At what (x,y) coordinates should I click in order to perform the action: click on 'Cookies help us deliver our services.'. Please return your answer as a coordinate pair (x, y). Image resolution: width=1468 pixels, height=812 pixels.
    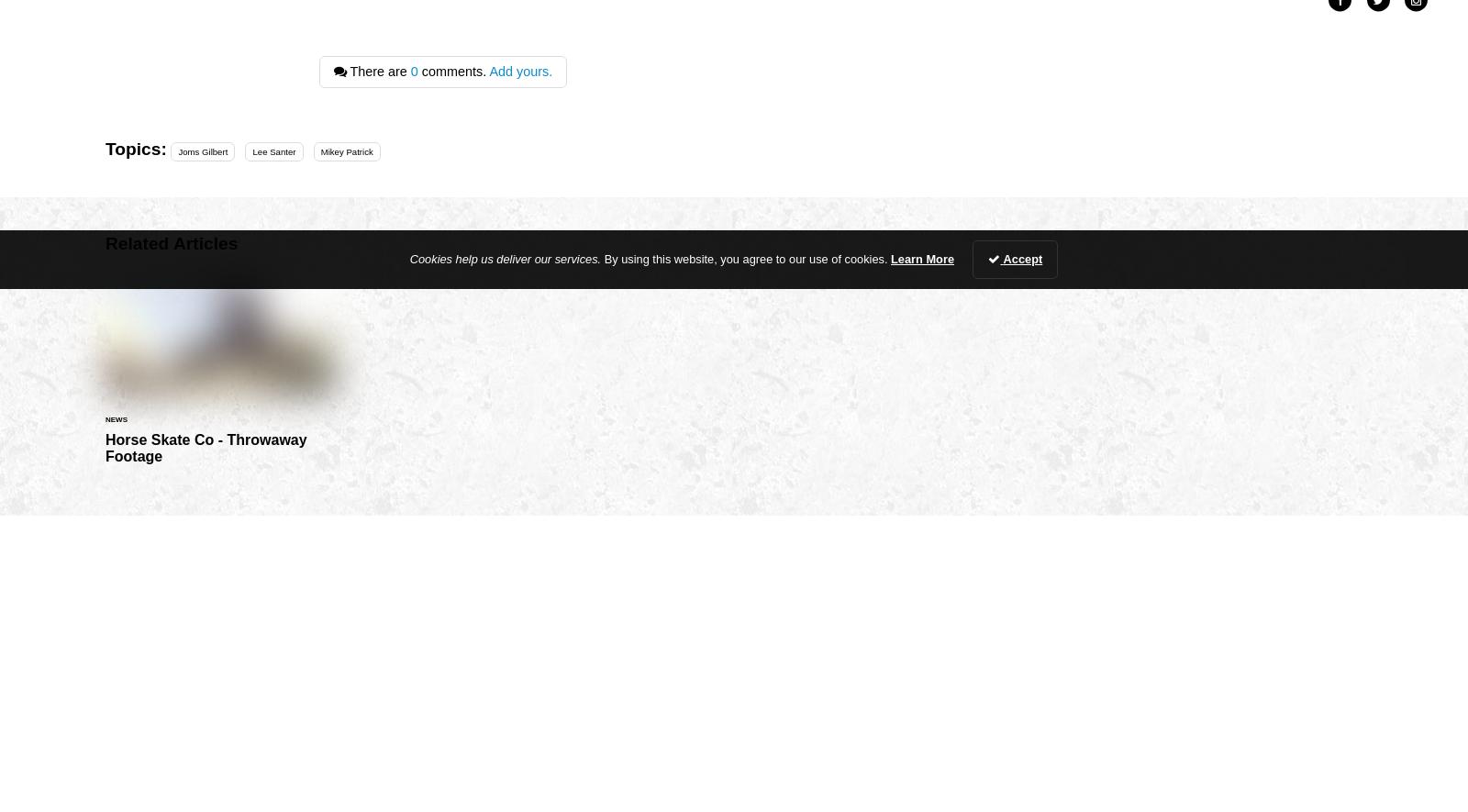
    Looking at the image, I should click on (504, 258).